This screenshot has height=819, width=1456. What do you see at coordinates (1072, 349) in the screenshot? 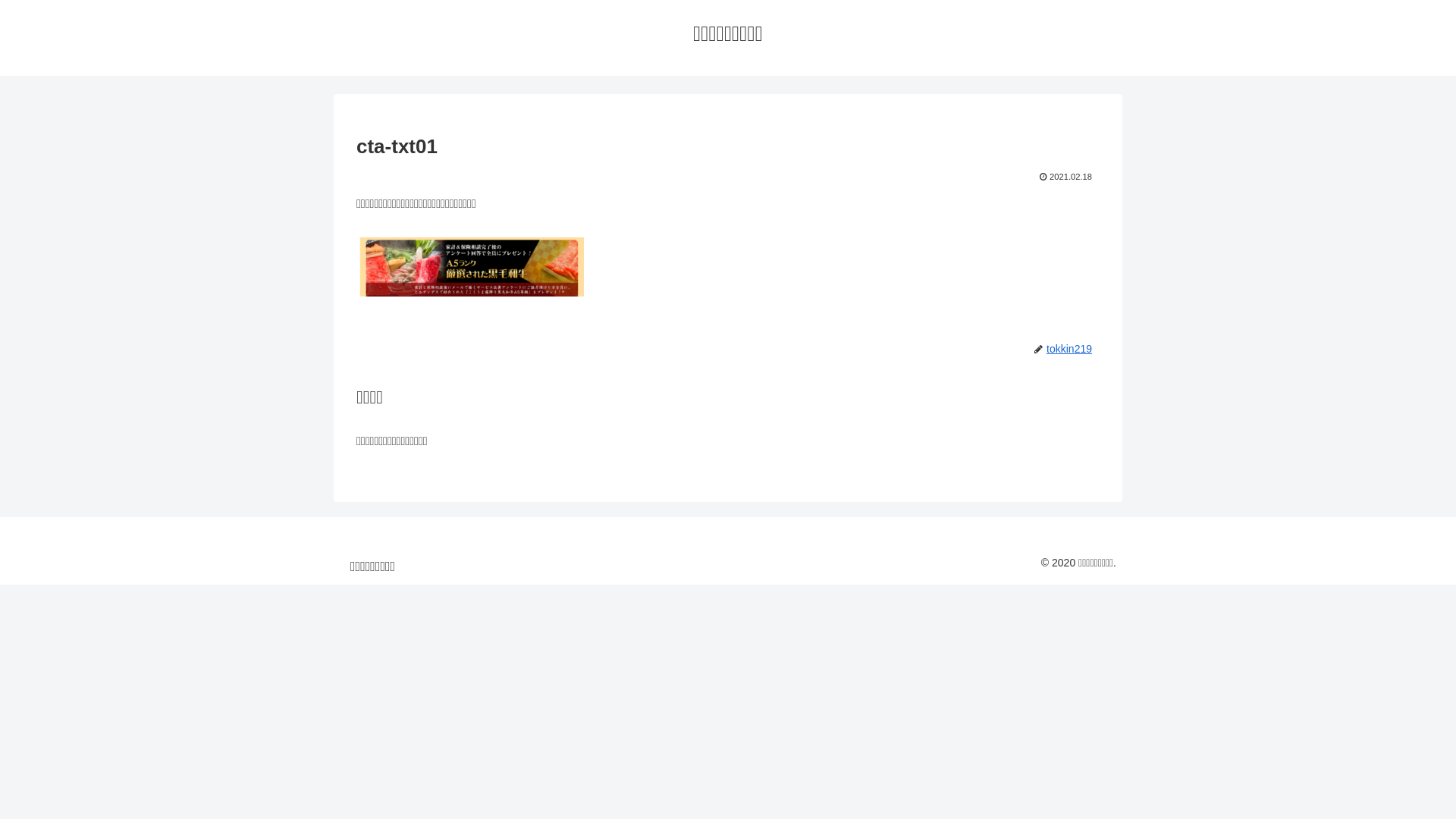
I see `'tokkin219'` at bounding box center [1072, 349].